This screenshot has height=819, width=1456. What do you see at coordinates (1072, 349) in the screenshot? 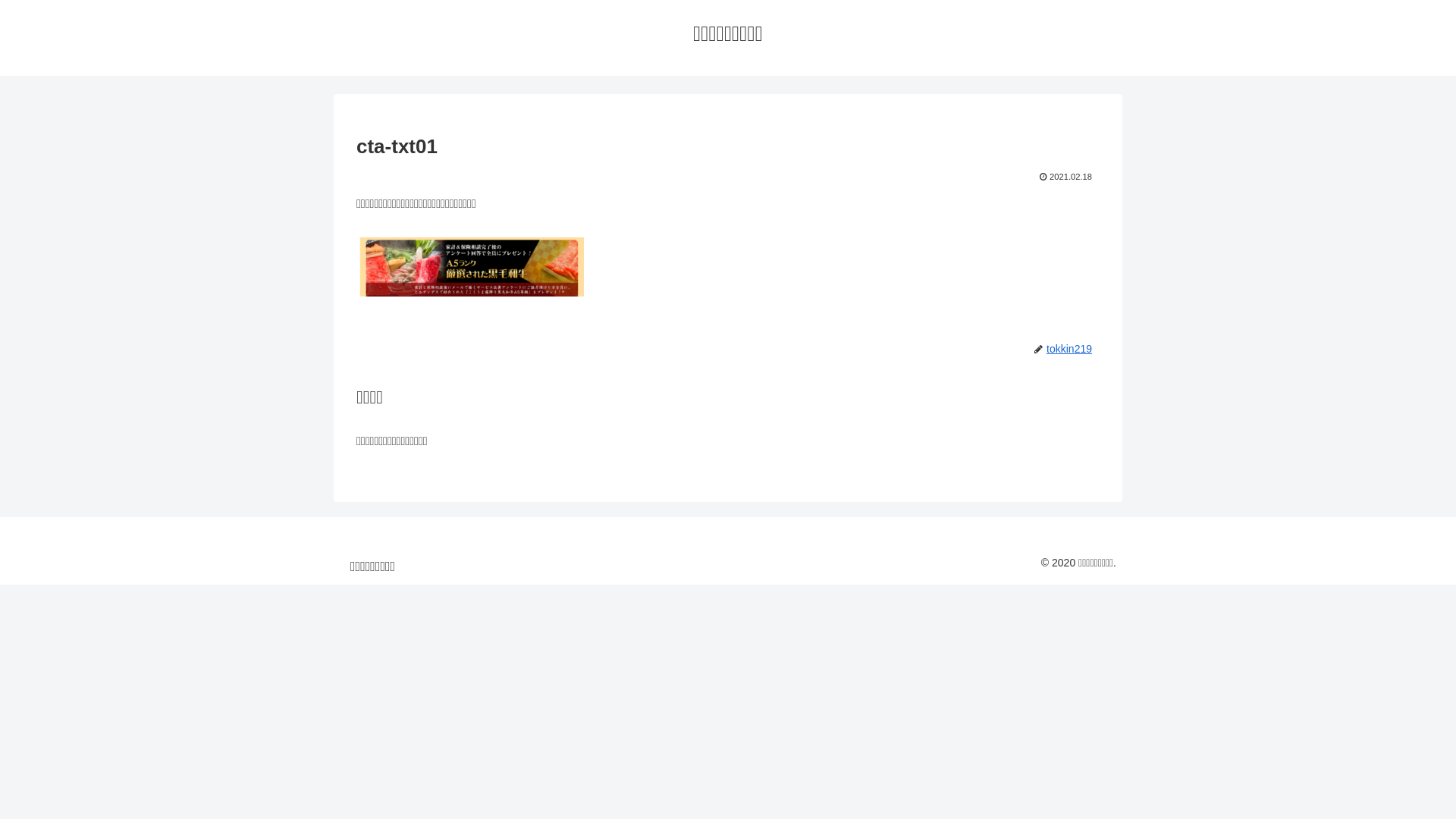
I see `'tokkin219'` at bounding box center [1072, 349].